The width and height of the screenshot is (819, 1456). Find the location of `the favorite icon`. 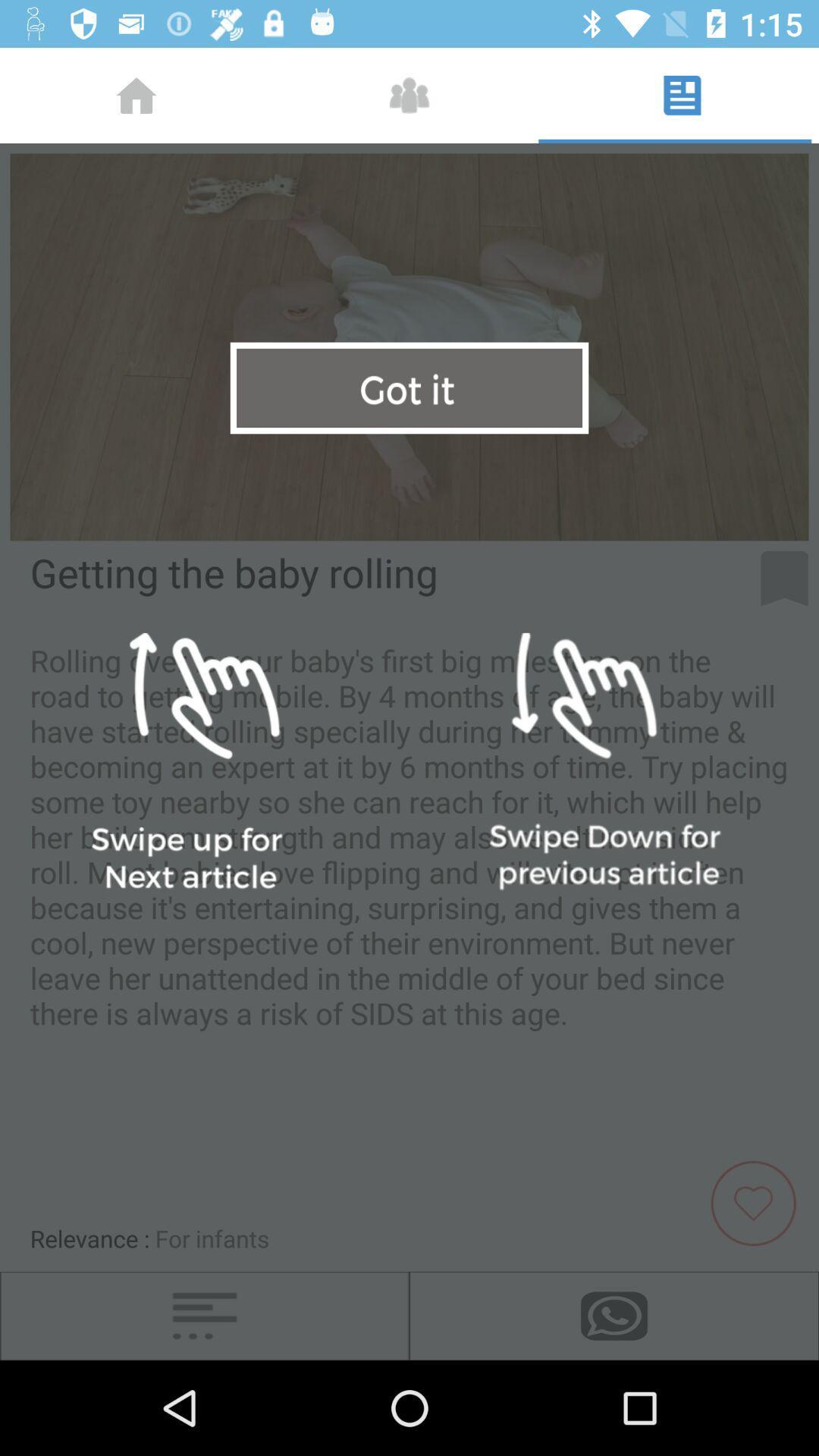

the favorite icon is located at coordinates (759, 1201).